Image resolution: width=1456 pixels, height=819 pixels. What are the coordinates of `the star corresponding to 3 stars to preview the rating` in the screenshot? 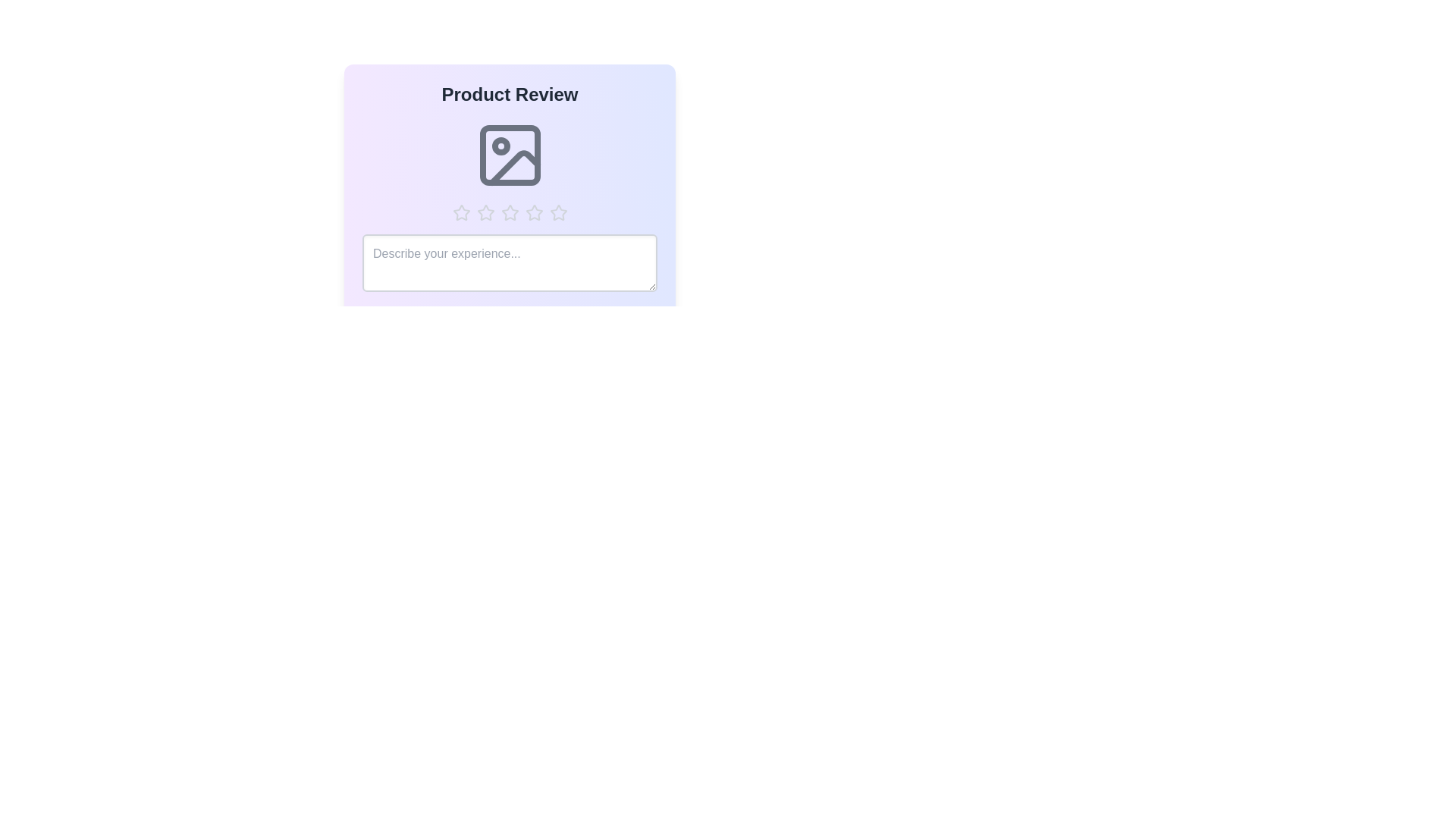 It's located at (510, 213).